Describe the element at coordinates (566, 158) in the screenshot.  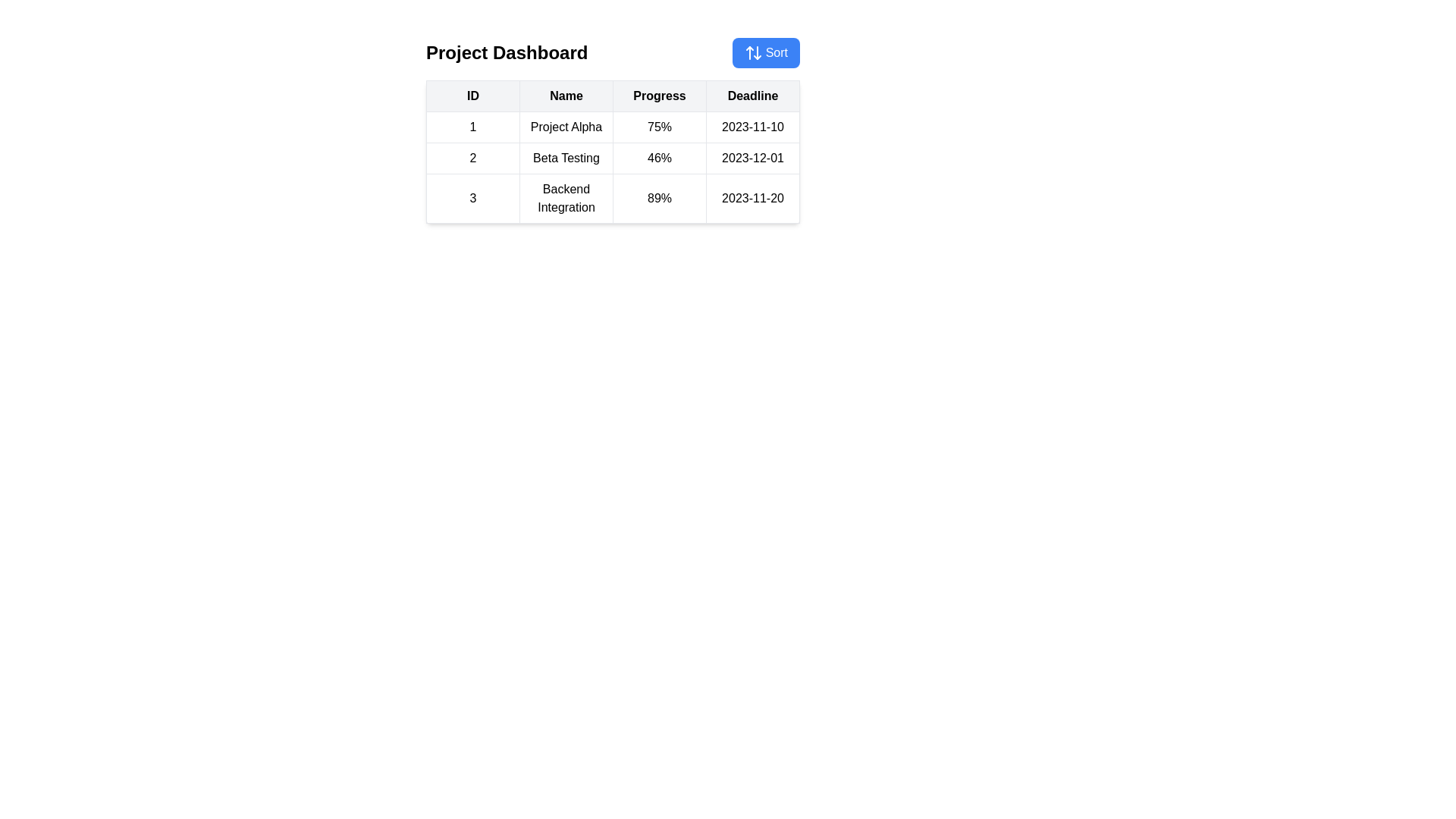
I see `the static text label displaying the project name in the second row of the table under the 'Name' column` at that location.